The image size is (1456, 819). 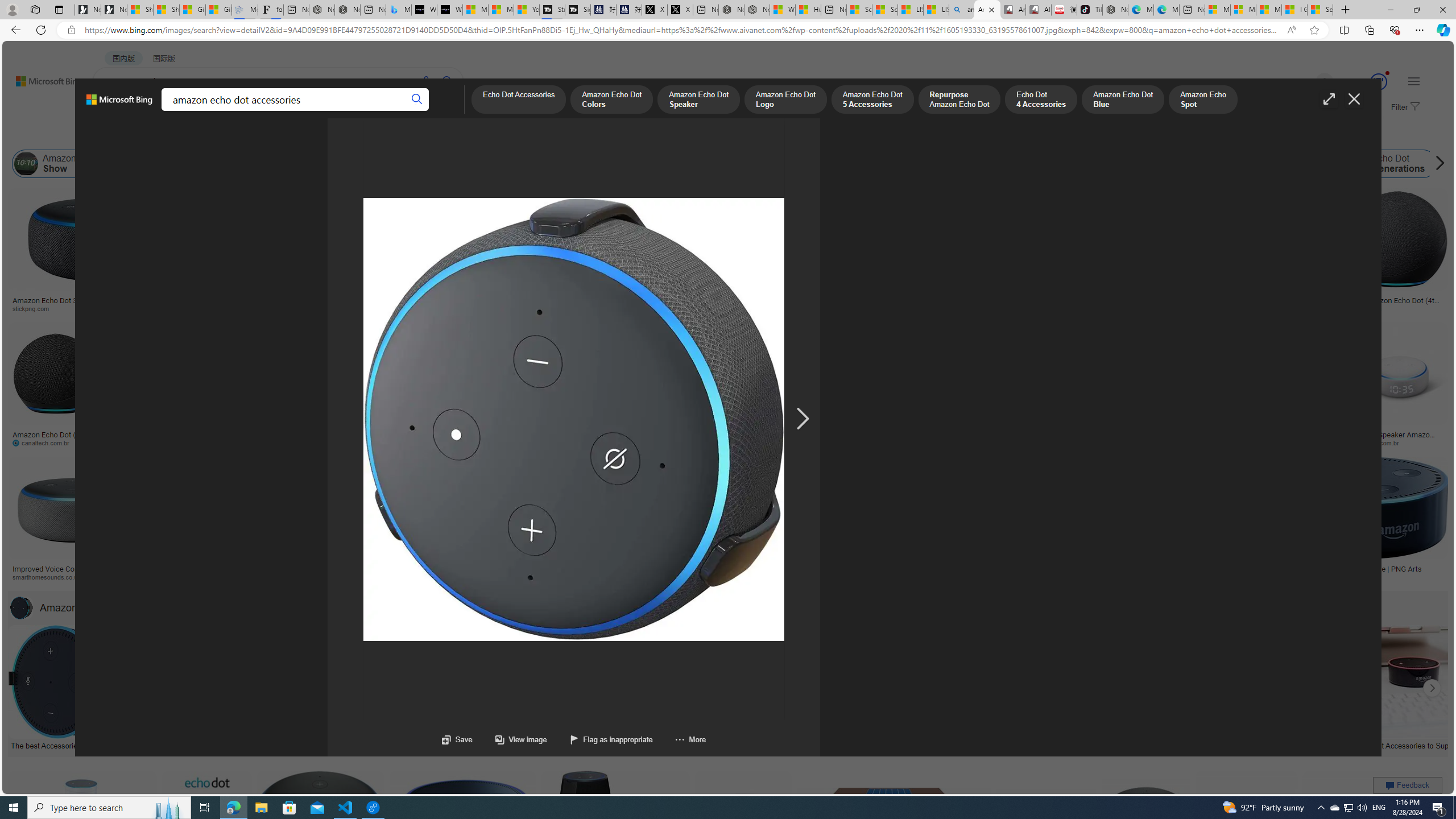 I want to click on 'More', so click(x=679, y=739).